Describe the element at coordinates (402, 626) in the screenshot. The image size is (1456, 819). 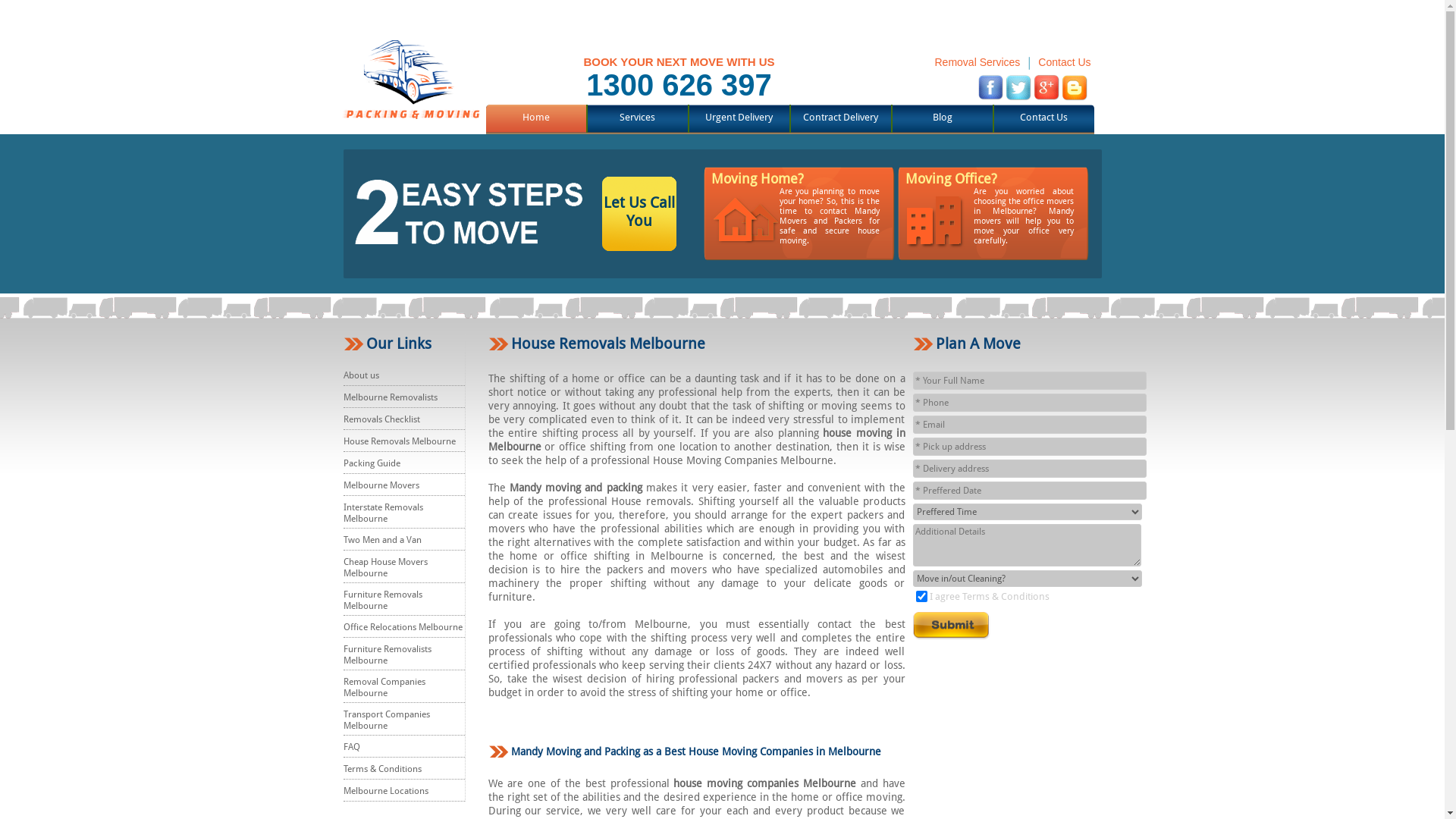
I see `'Office Relocations Melbourne'` at that location.